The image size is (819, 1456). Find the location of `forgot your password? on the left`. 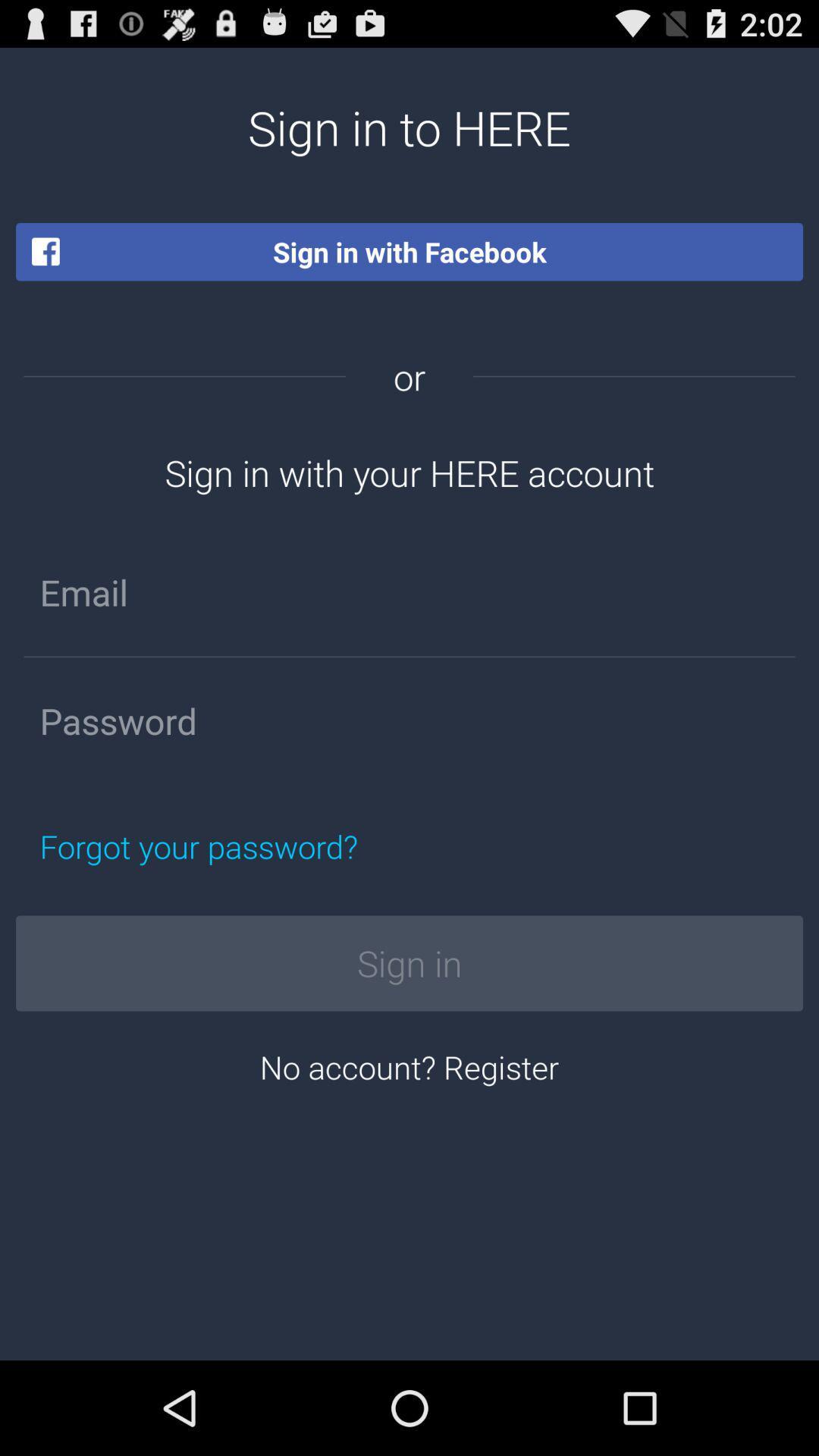

forgot your password? on the left is located at coordinates (269, 846).